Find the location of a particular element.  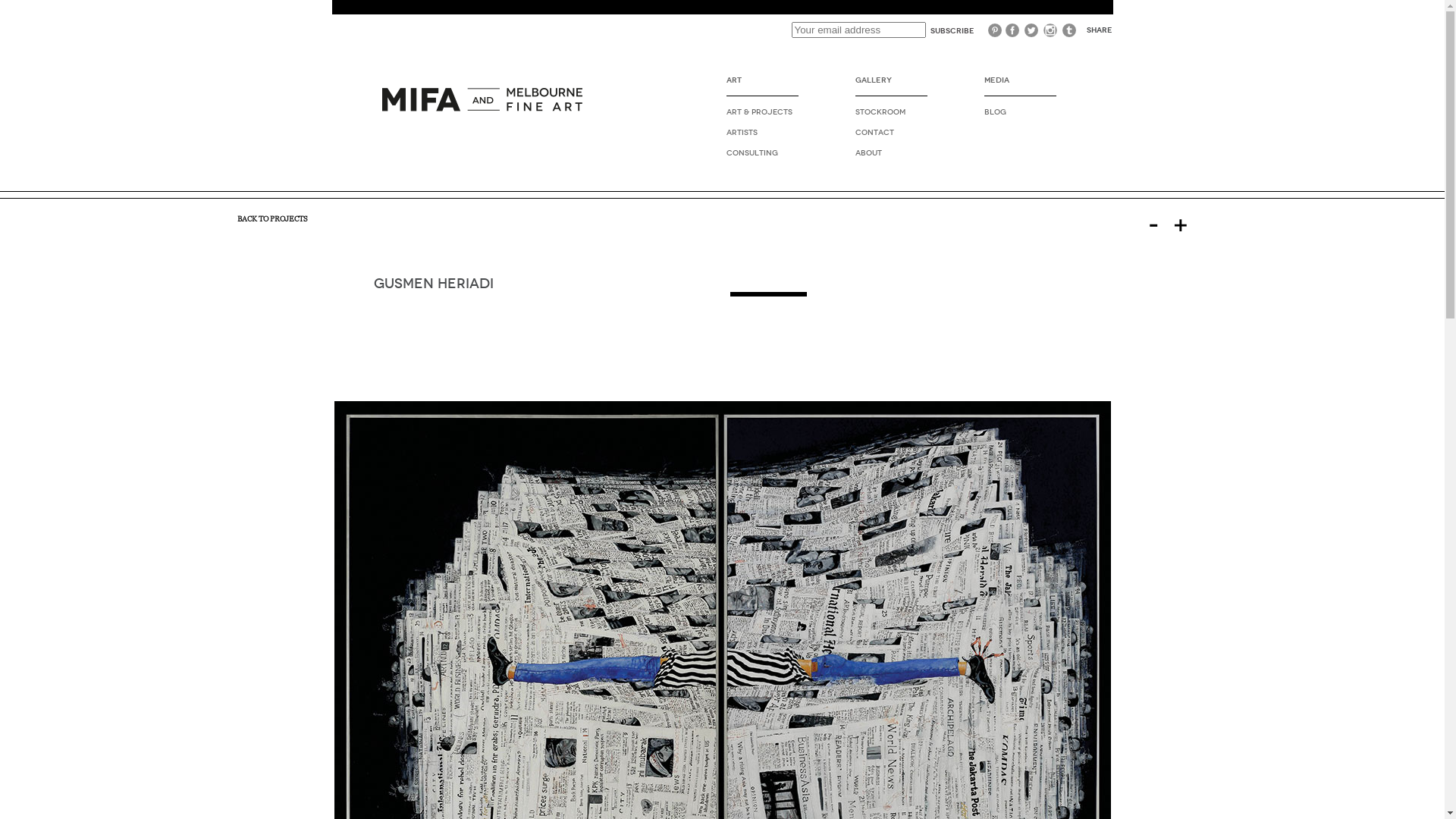

'ARTISTS' is located at coordinates (762, 131).